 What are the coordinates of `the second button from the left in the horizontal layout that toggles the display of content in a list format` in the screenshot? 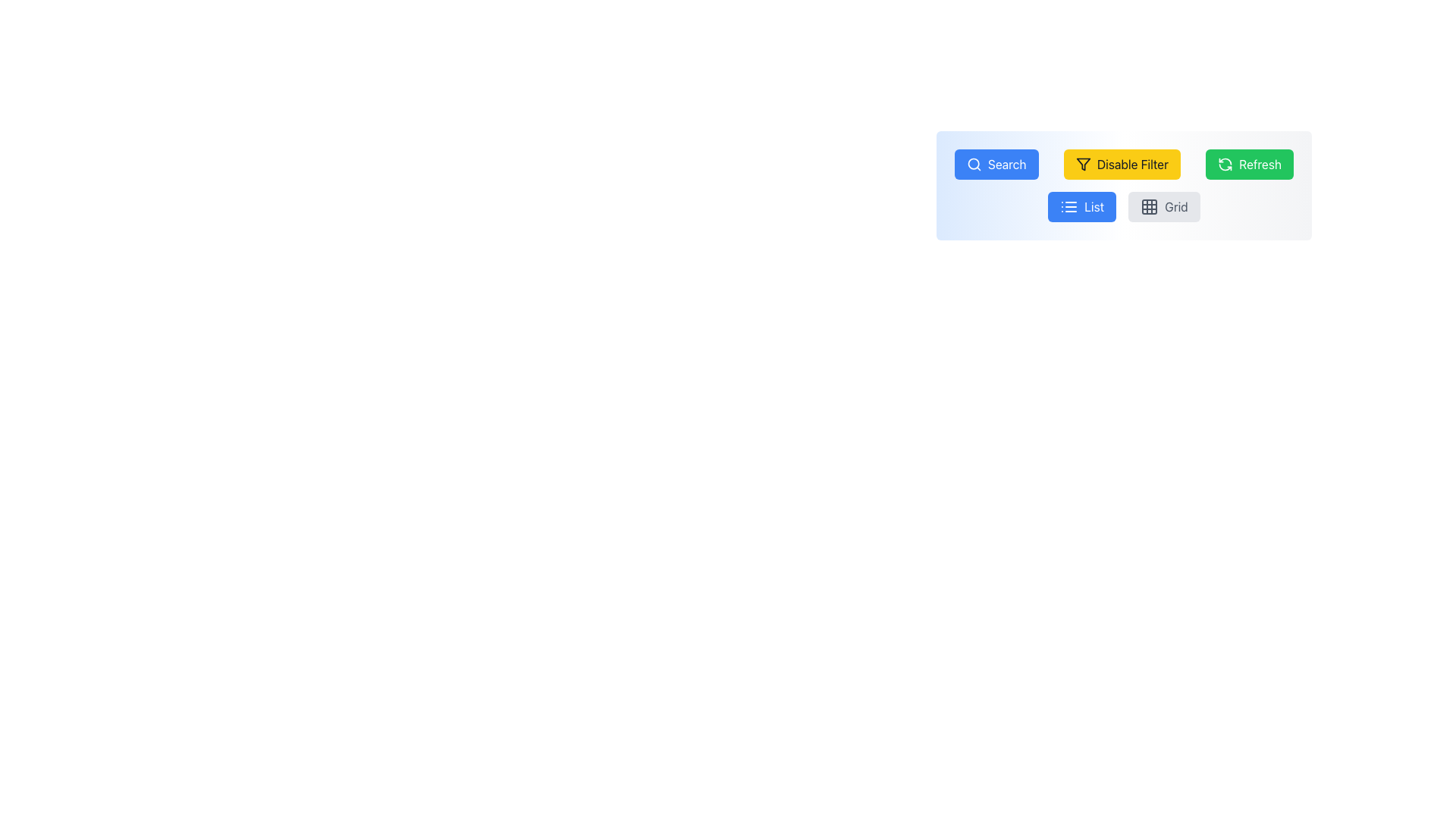 It's located at (1081, 207).